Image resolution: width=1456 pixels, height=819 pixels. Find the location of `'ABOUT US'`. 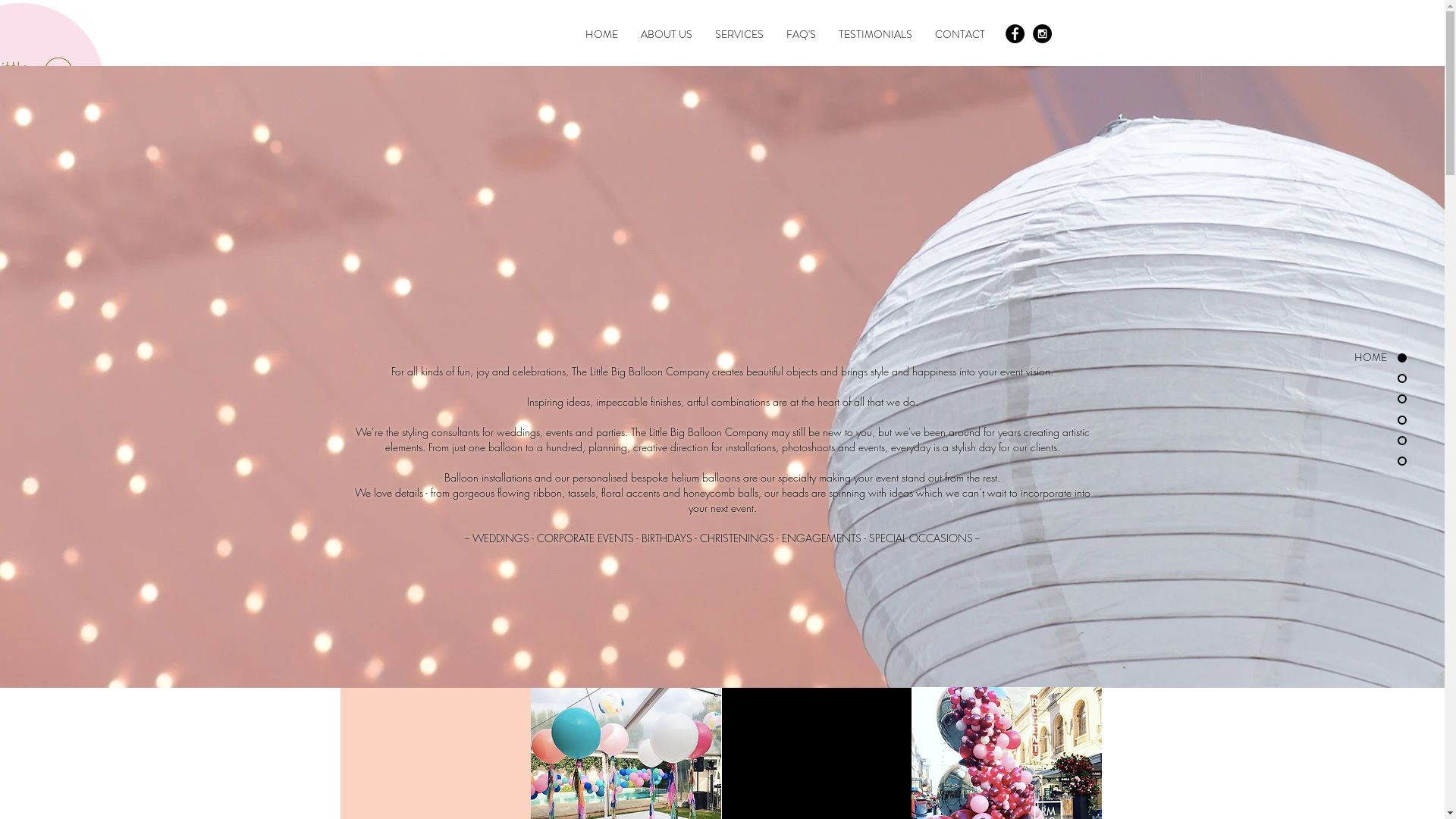

'ABOUT US' is located at coordinates (666, 34).